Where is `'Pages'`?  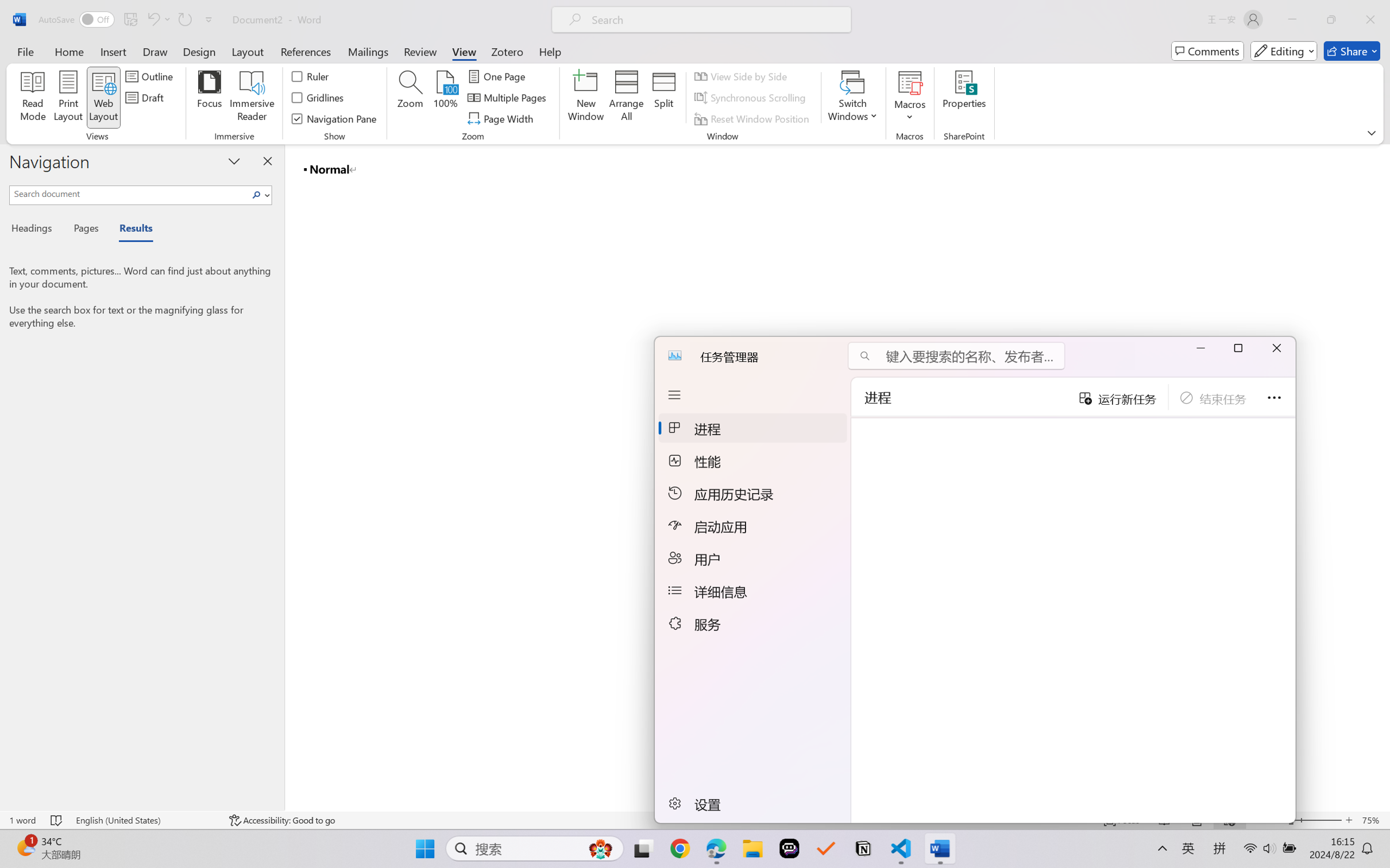
'Pages' is located at coordinates (84, 230).